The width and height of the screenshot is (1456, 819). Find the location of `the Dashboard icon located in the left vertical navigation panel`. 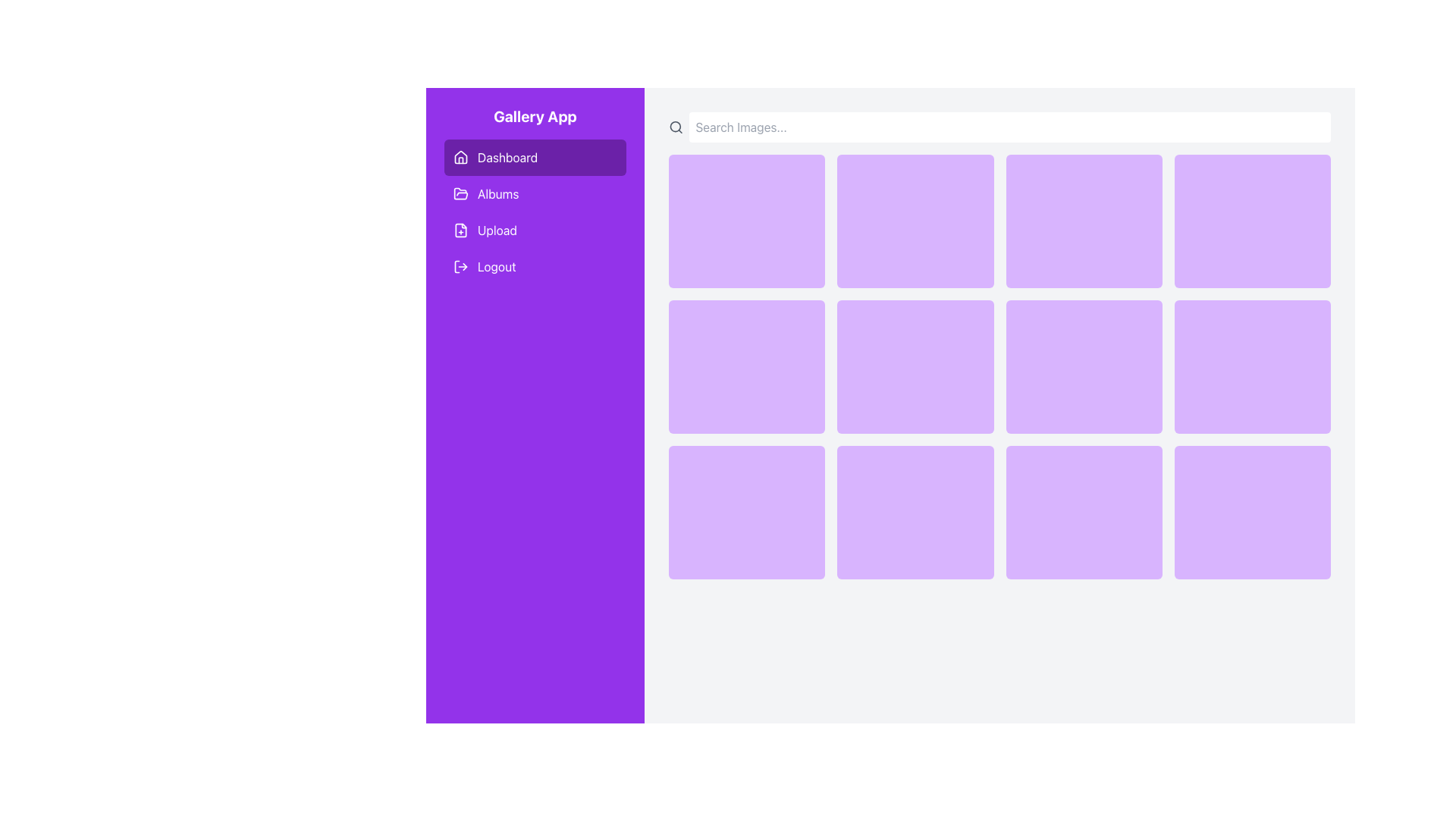

the Dashboard icon located in the left vertical navigation panel is located at coordinates (460, 158).